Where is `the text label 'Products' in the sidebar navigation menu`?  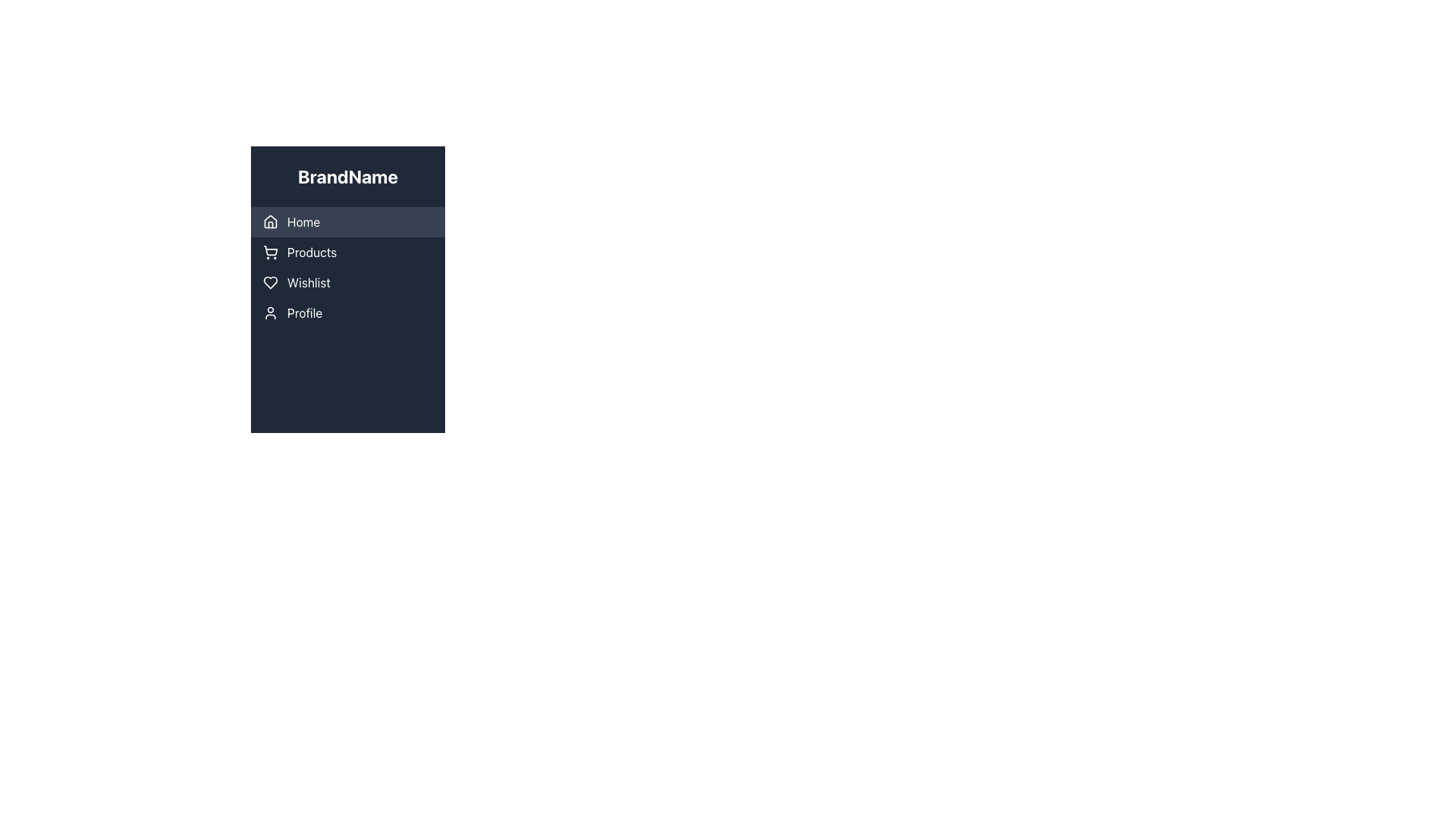
the text label 'Products' in the sidebar navigation menu is located at coordinates (311, 251).